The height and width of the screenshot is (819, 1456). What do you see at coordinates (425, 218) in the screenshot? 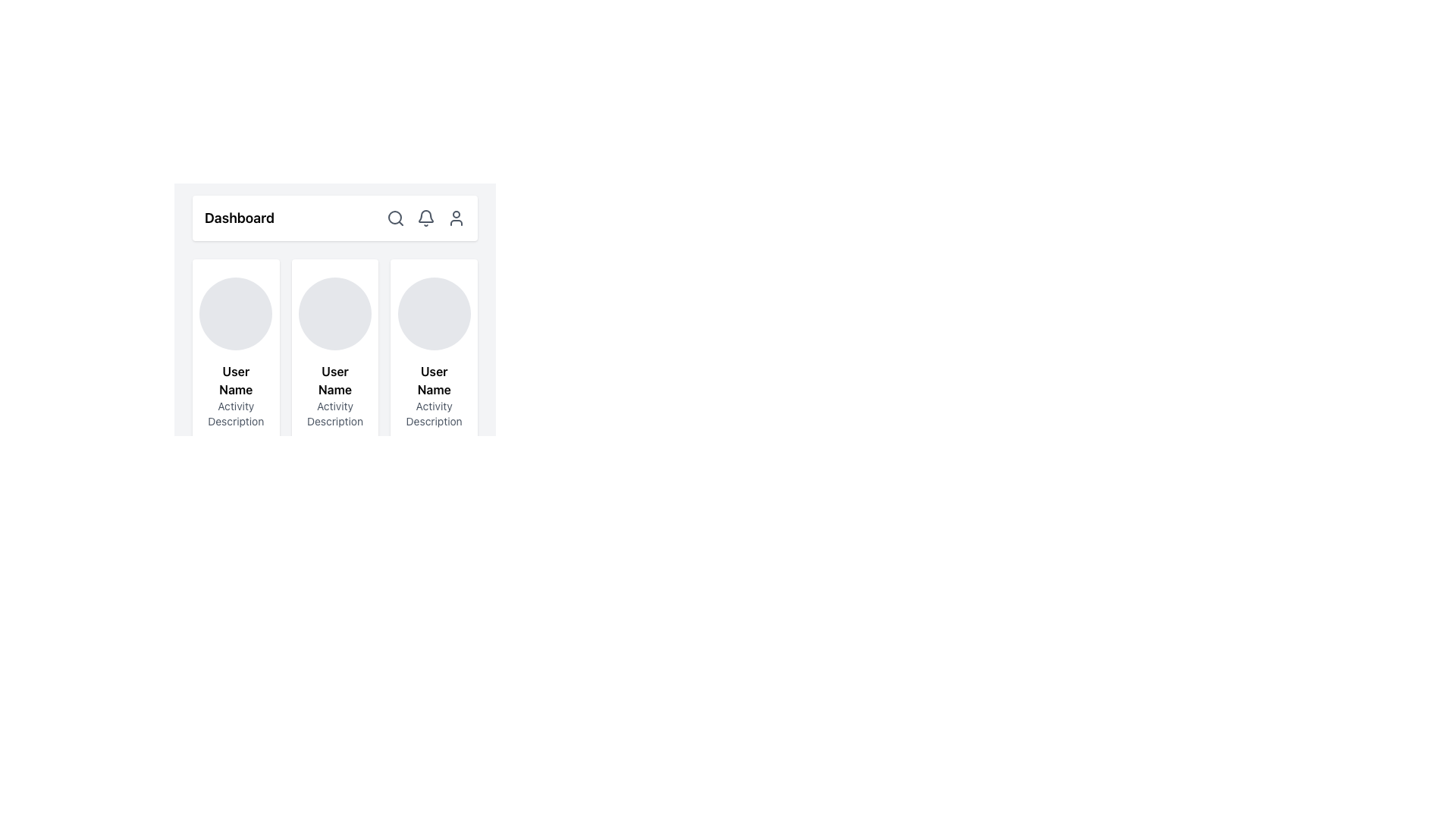
I see `the bell-shaped notification icon located in the top-right navigation bar` at bounding box center [425, 218].